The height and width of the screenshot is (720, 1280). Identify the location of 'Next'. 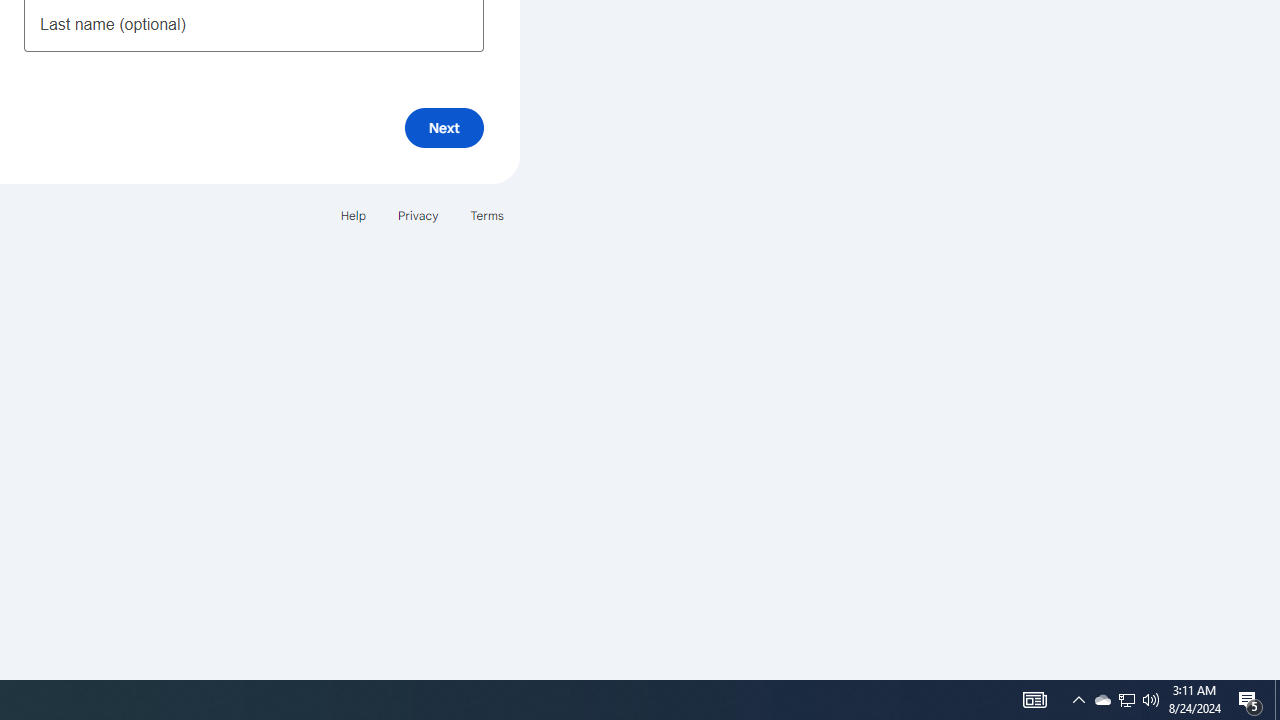
(443, 127).